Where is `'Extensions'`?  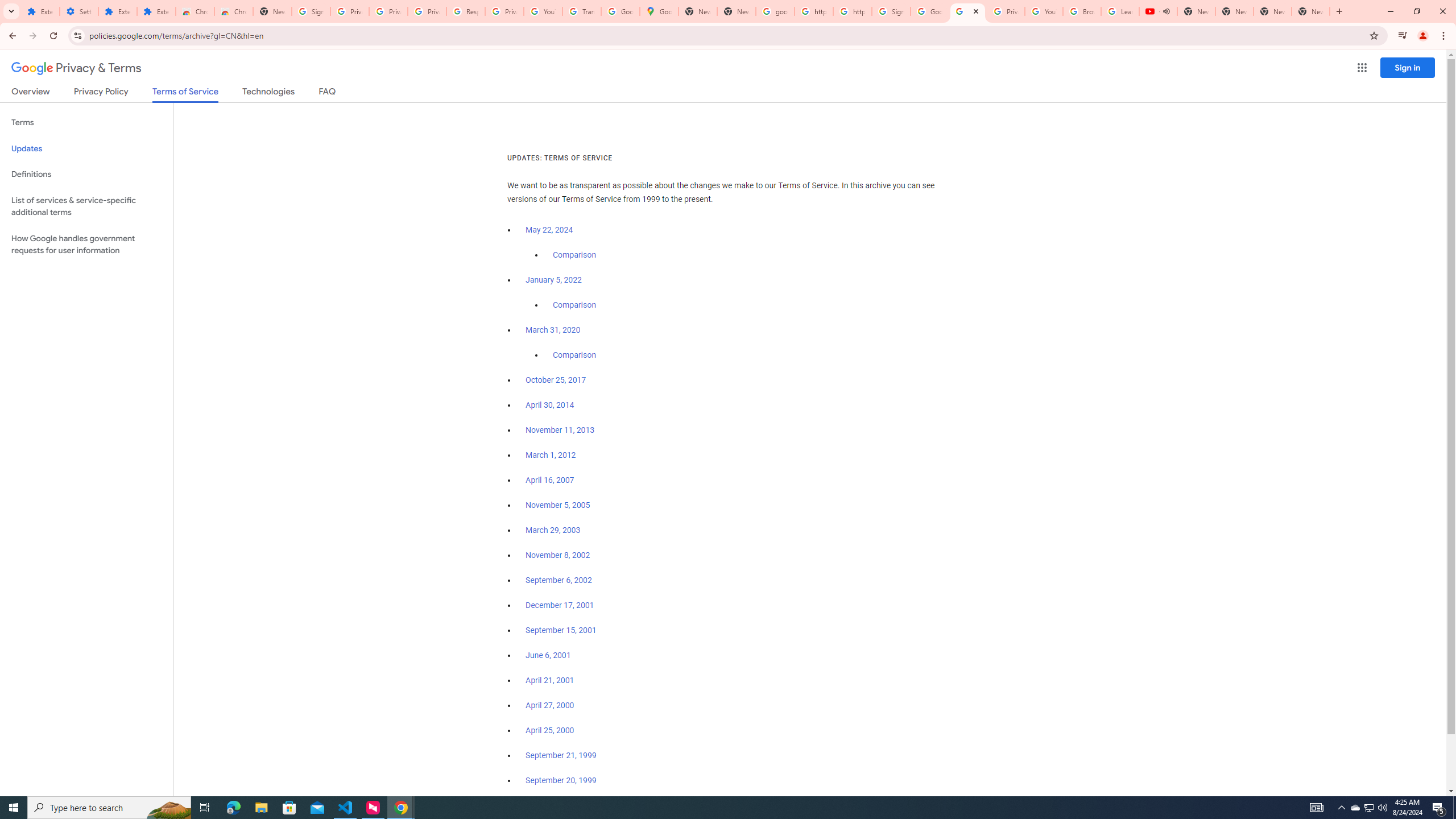
'Extensions' is located at coordinates (118, 11).